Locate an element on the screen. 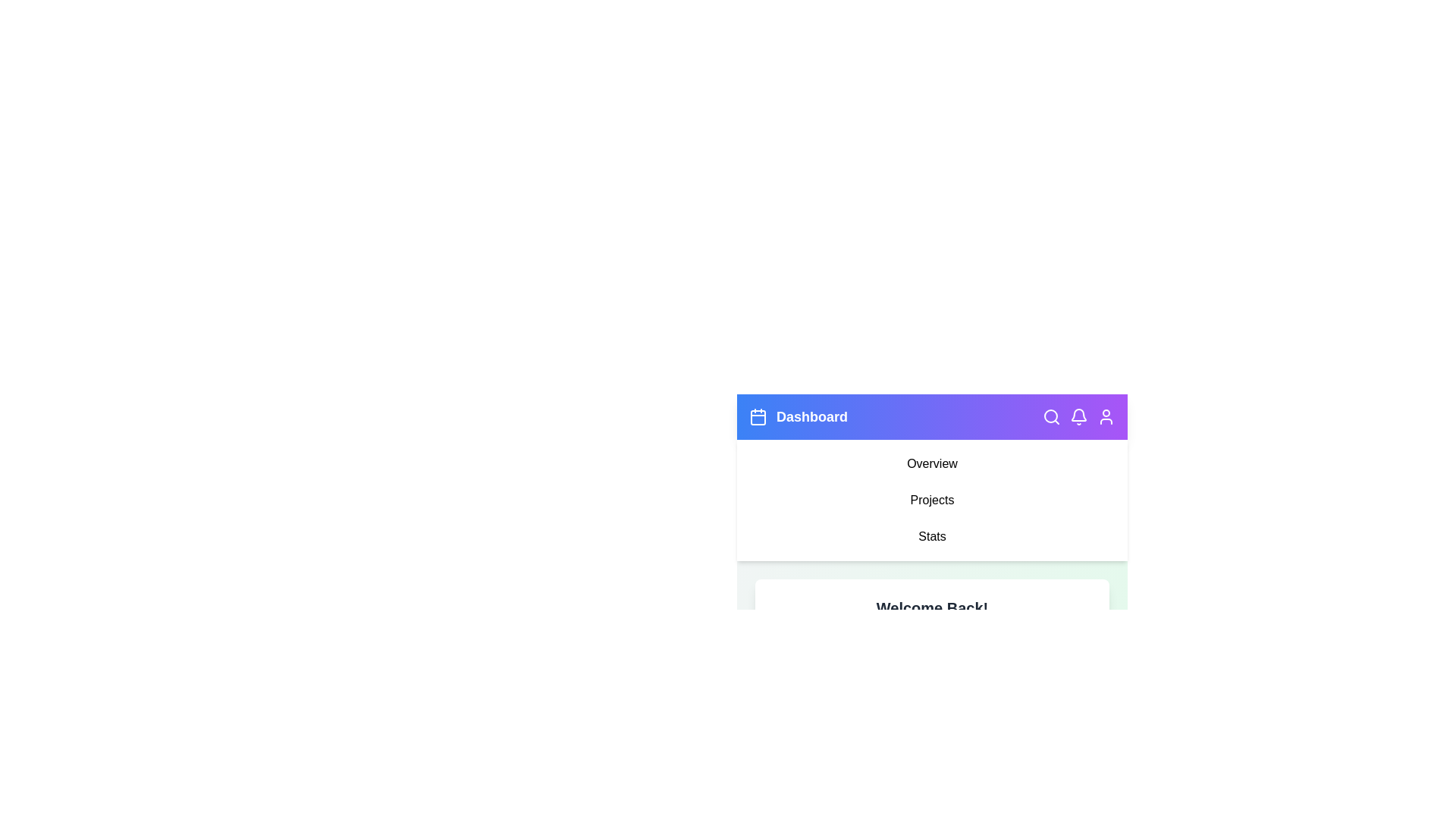  notification bell button is located at coordinates (1078, 417).